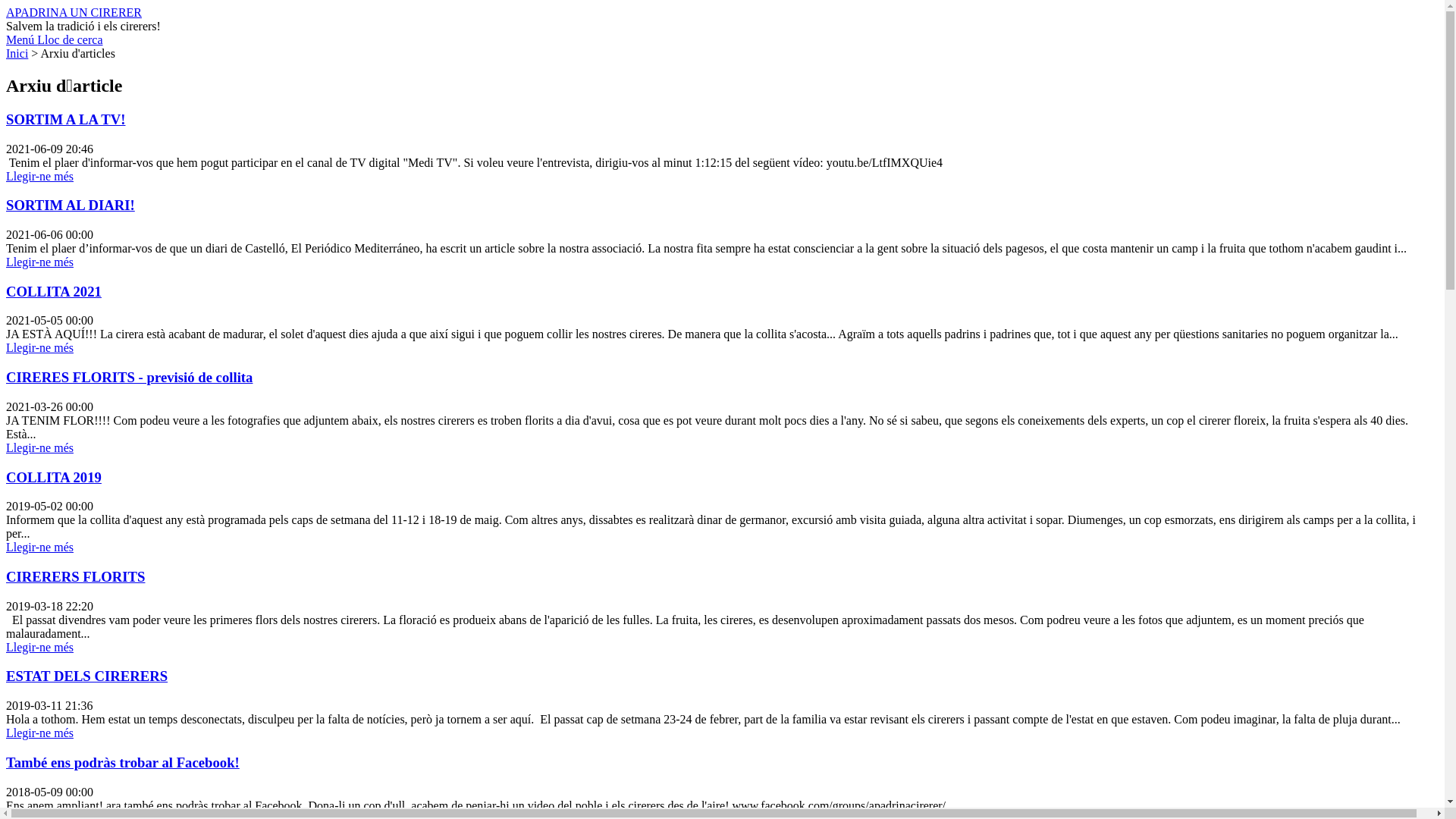 The height and width of the screenshot is (819, 1456). Describe the element at coordinates (73, 12) in the screenshot. I see `'APADRINA UN CIRERER'` at that location.